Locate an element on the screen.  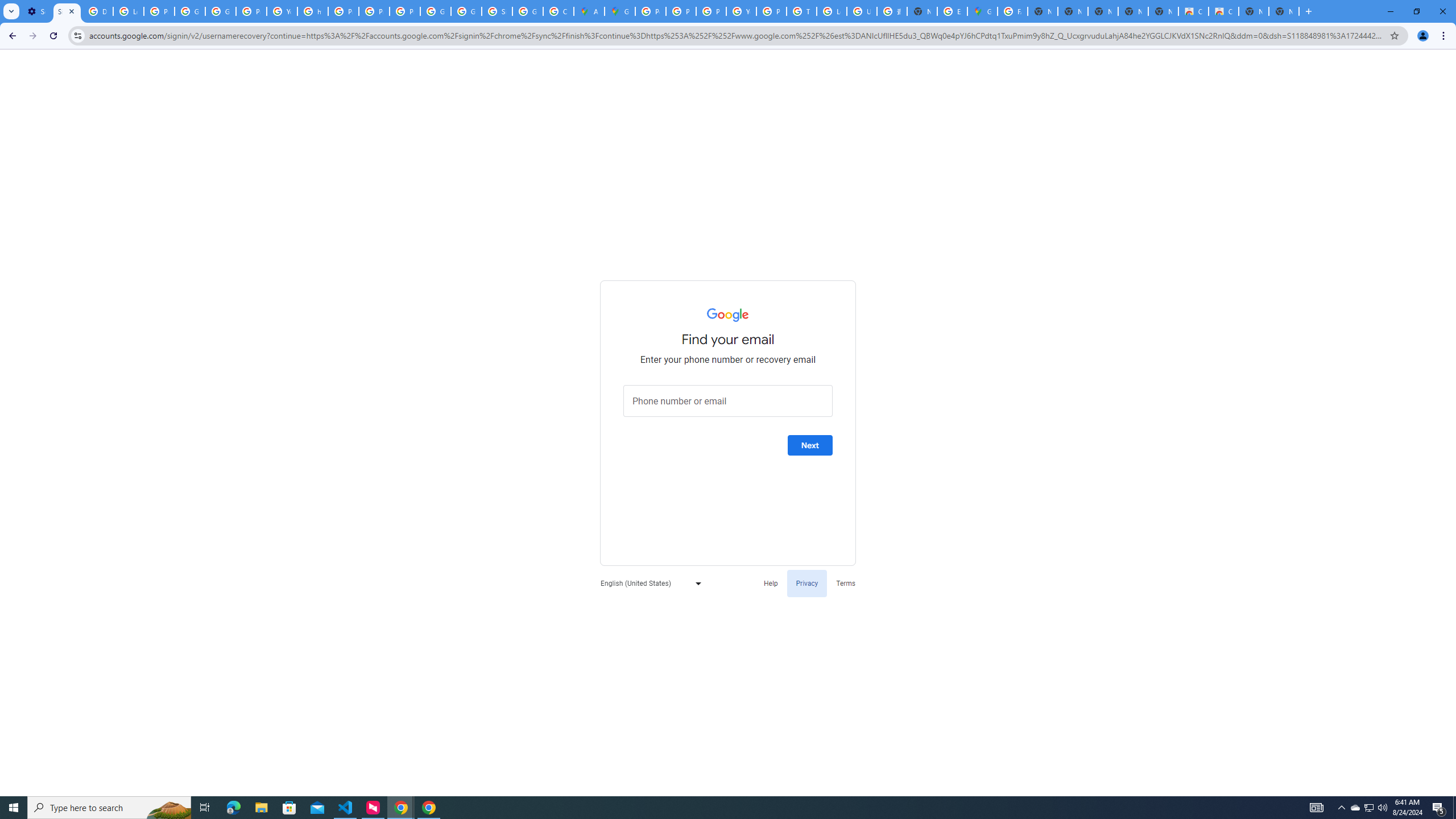
'Tips & tricks for Chrome - Google Chrome Help' is located at coordinates (801, 11).